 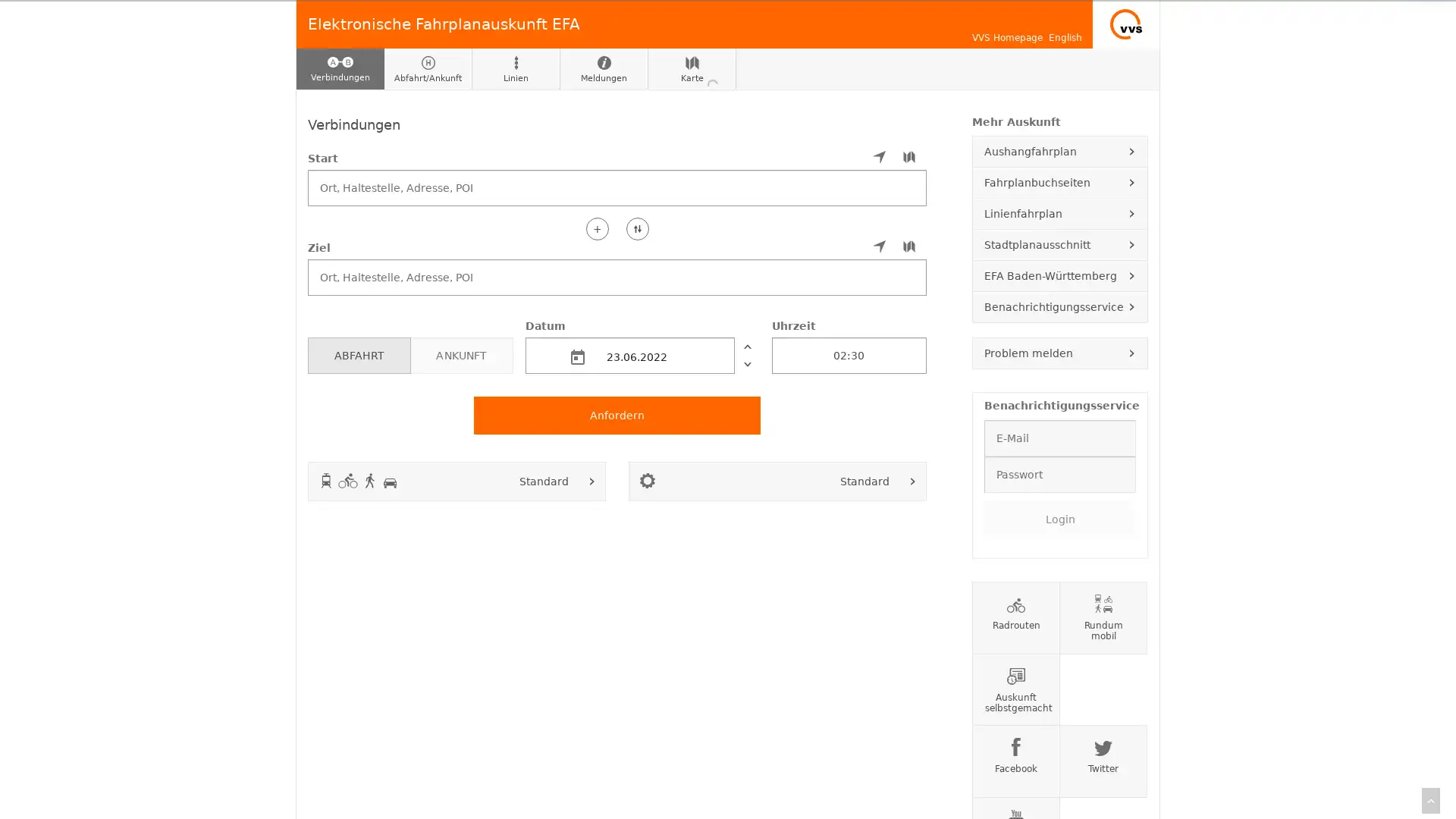 What do you see at coordinates (340, 69) in the screenshot?
I see `Verbindungen` at bounding box center [340, 69].